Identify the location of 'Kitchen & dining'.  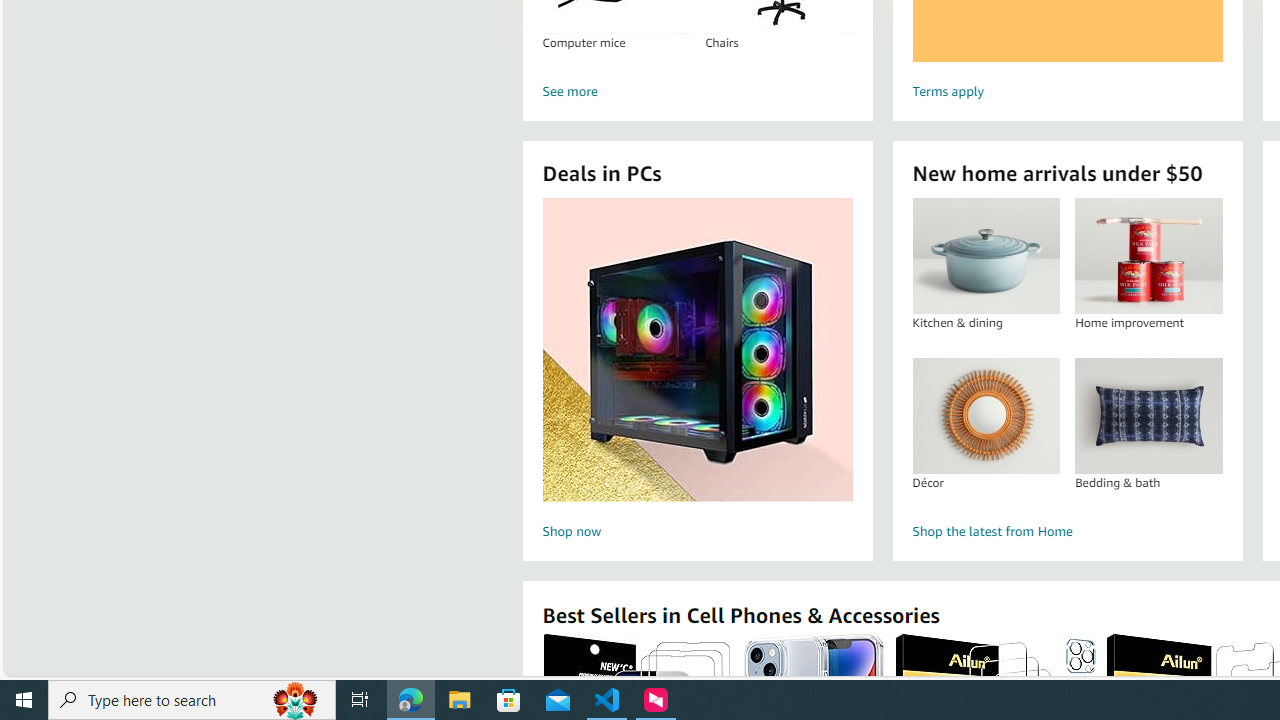
(986, 255).